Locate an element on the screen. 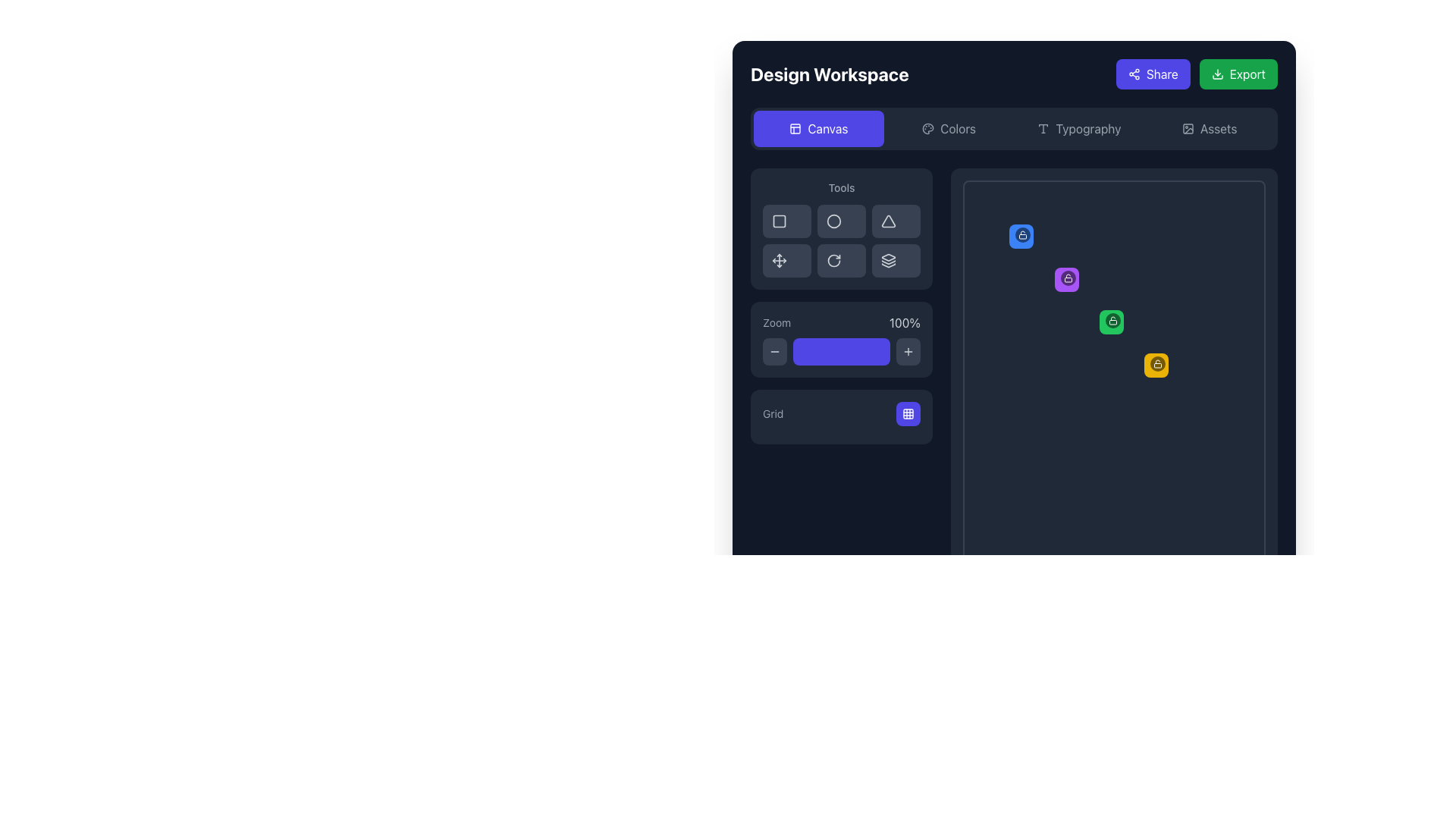  the indigo-colored square button with a grid icon inside is located at coordinates (908, 414).